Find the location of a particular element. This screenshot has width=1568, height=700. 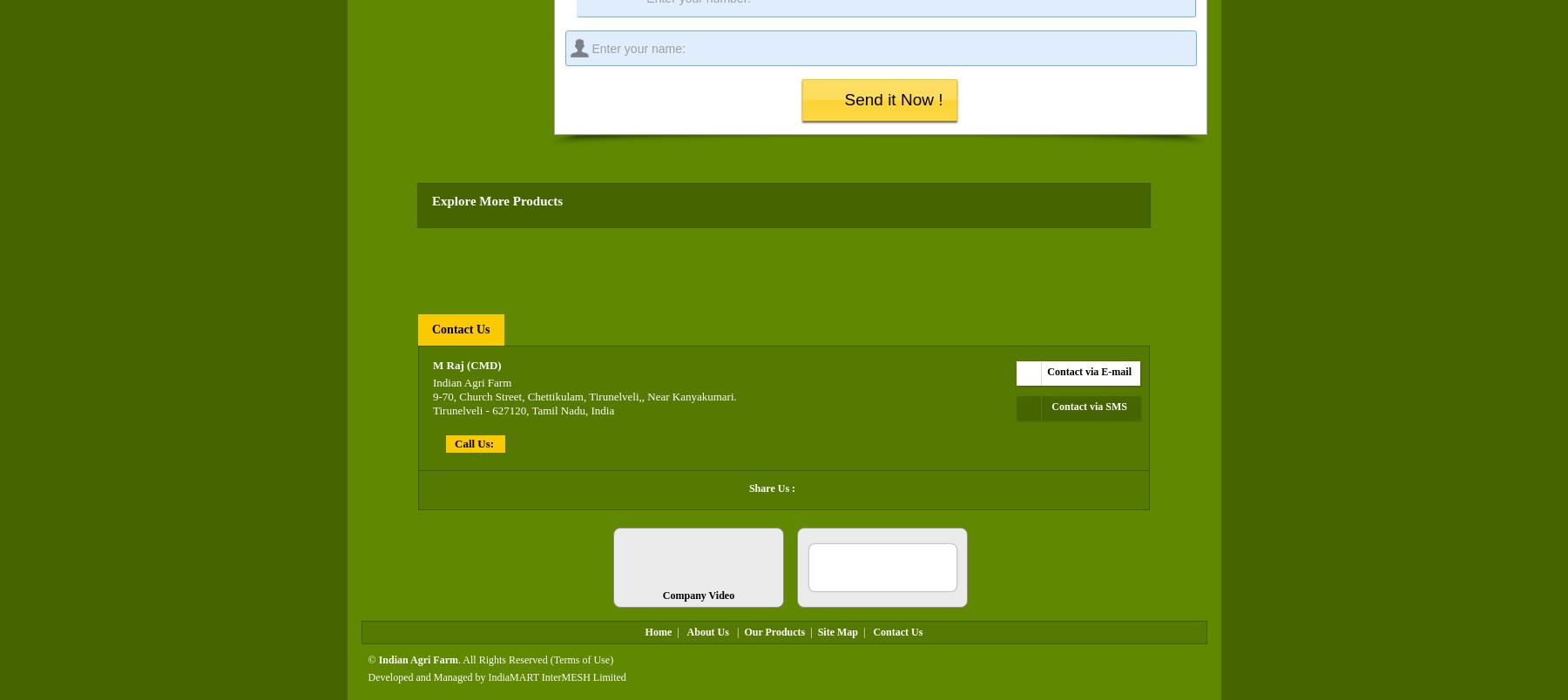

'Share Us :' is located at coordinates (771, 488).